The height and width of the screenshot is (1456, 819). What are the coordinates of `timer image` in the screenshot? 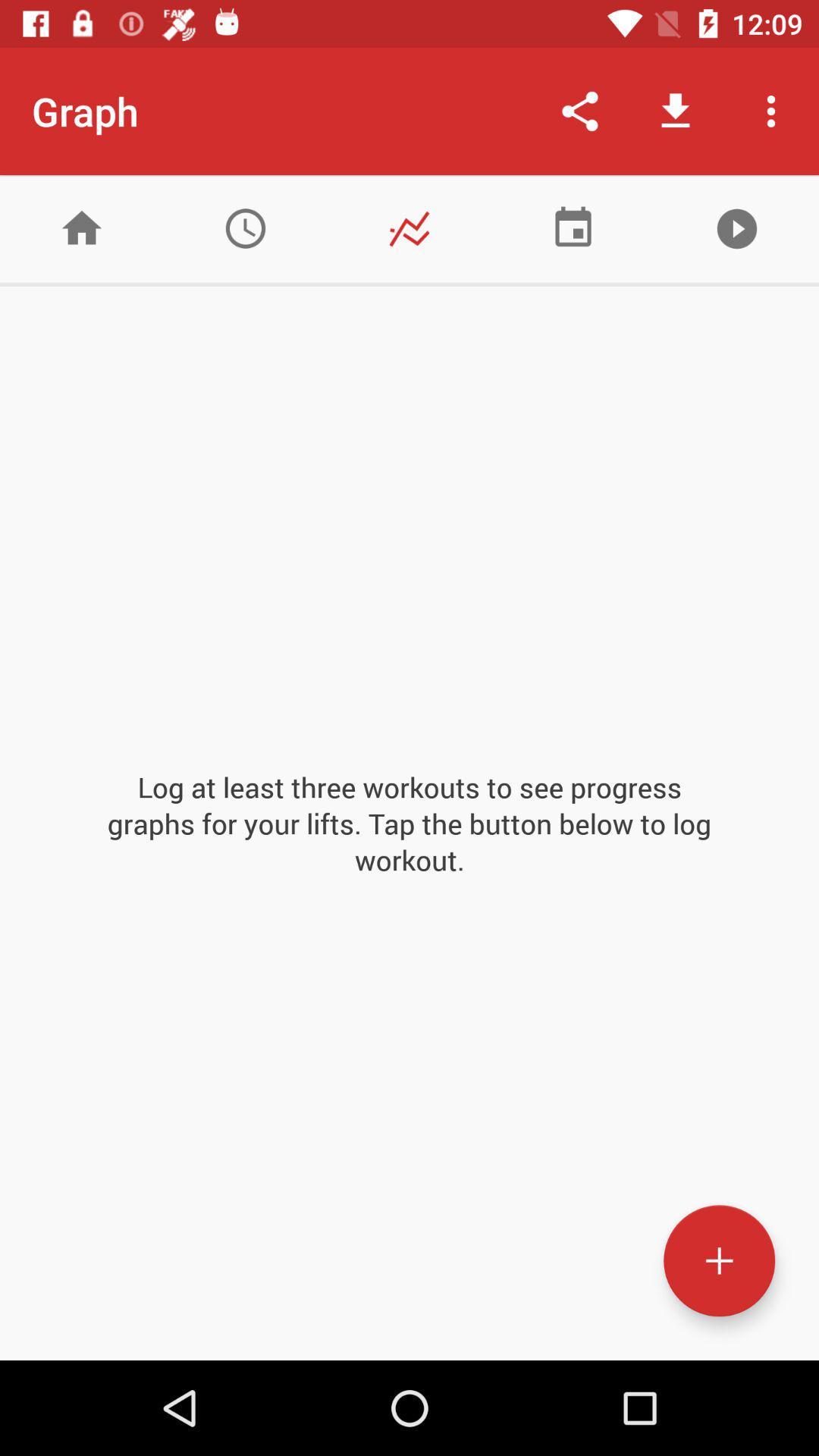 It's located at (245, 227).